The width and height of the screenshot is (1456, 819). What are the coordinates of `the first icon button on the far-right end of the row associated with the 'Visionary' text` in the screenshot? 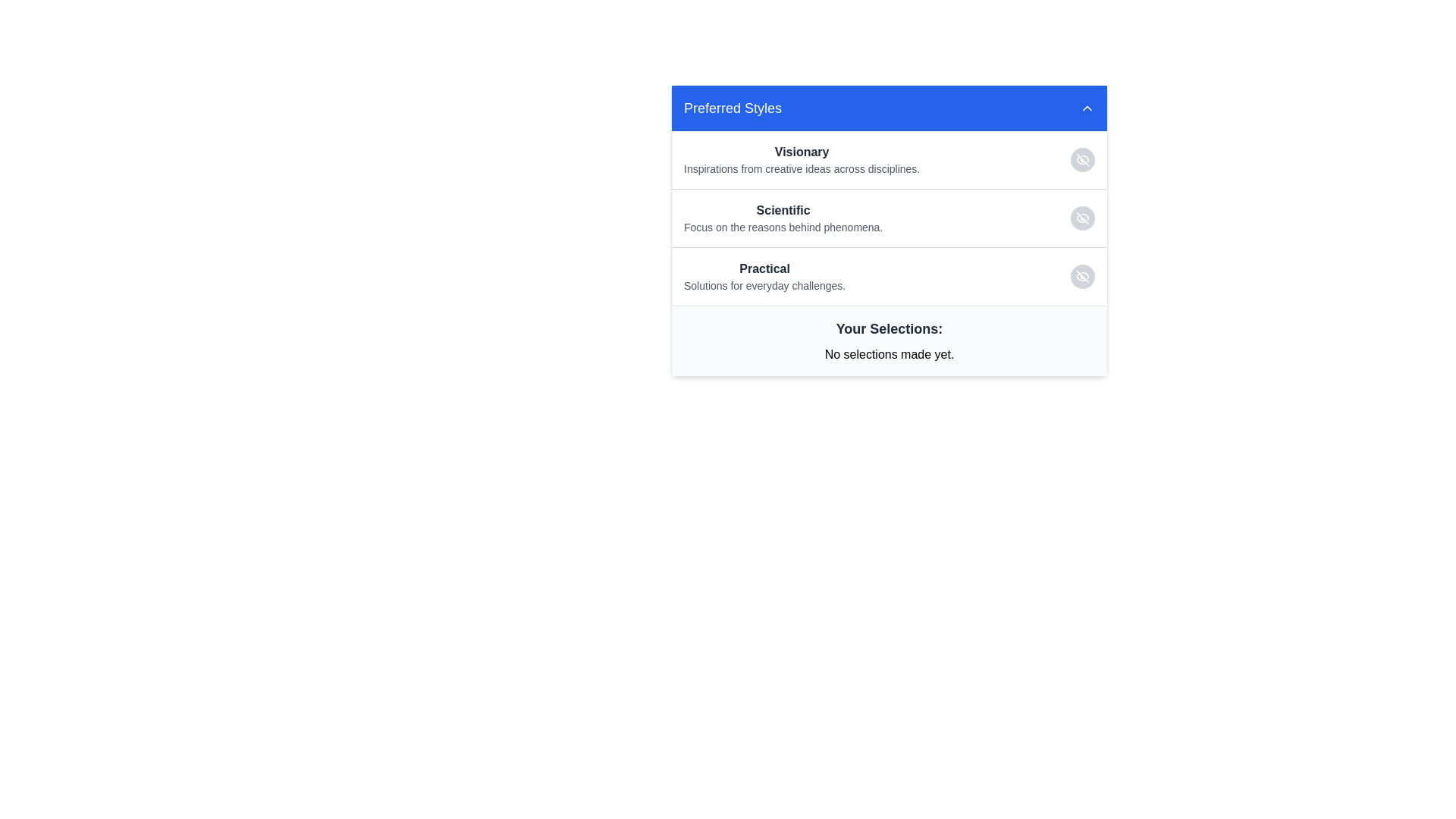 It's located at (1082, 160).